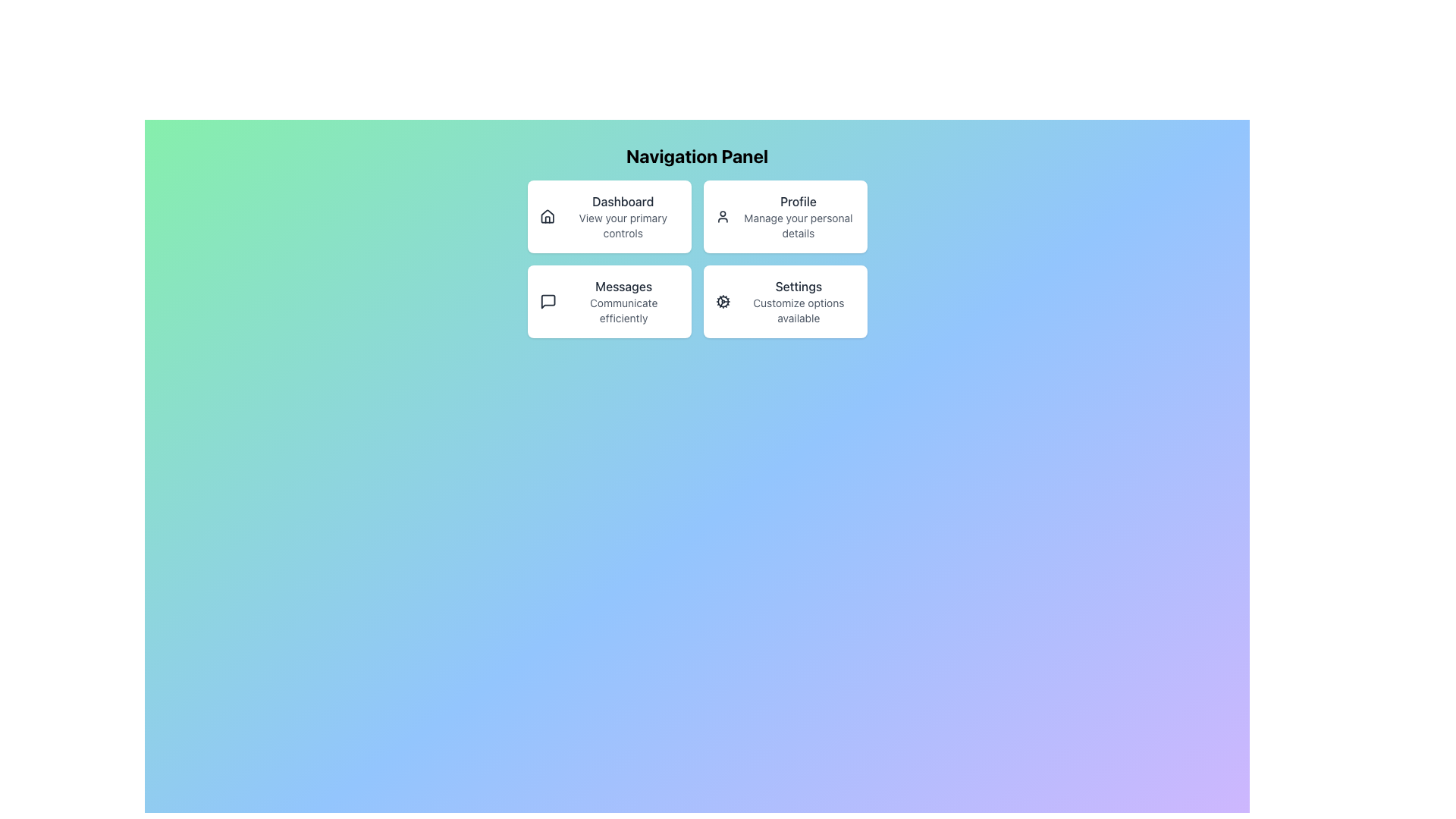 Image resolution: width=1456 pixels, height=819 pixels. What do you see at coordinates (623, 216) in the screenshot?
I see `the 'Dashboard' text label with description to focus on it, which is part of the top-left card in the navigation panel` at bounding box center [623, 216].